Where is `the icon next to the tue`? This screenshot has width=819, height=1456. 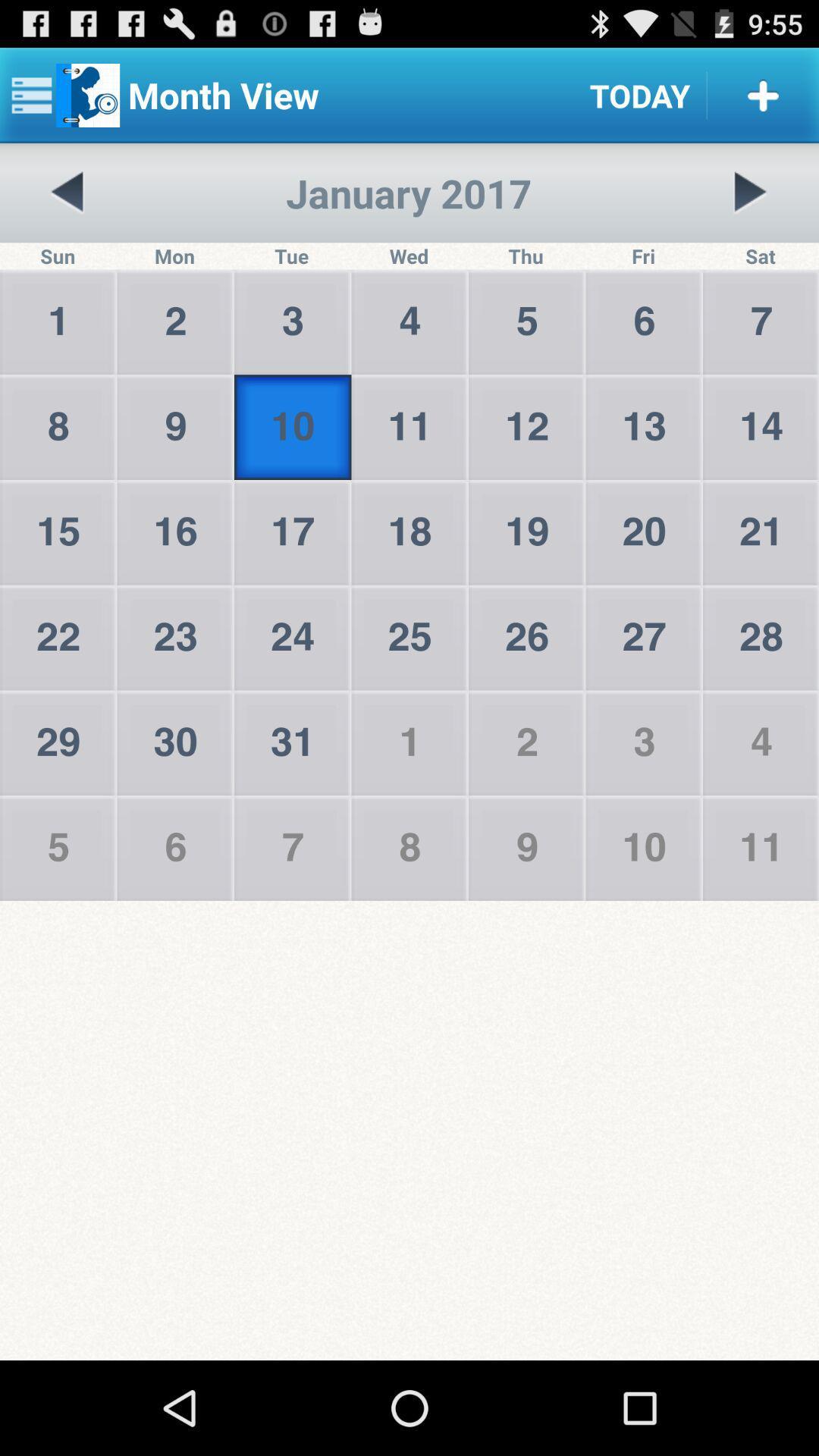
the icon next to the tue is located at coordinates (67, 192).